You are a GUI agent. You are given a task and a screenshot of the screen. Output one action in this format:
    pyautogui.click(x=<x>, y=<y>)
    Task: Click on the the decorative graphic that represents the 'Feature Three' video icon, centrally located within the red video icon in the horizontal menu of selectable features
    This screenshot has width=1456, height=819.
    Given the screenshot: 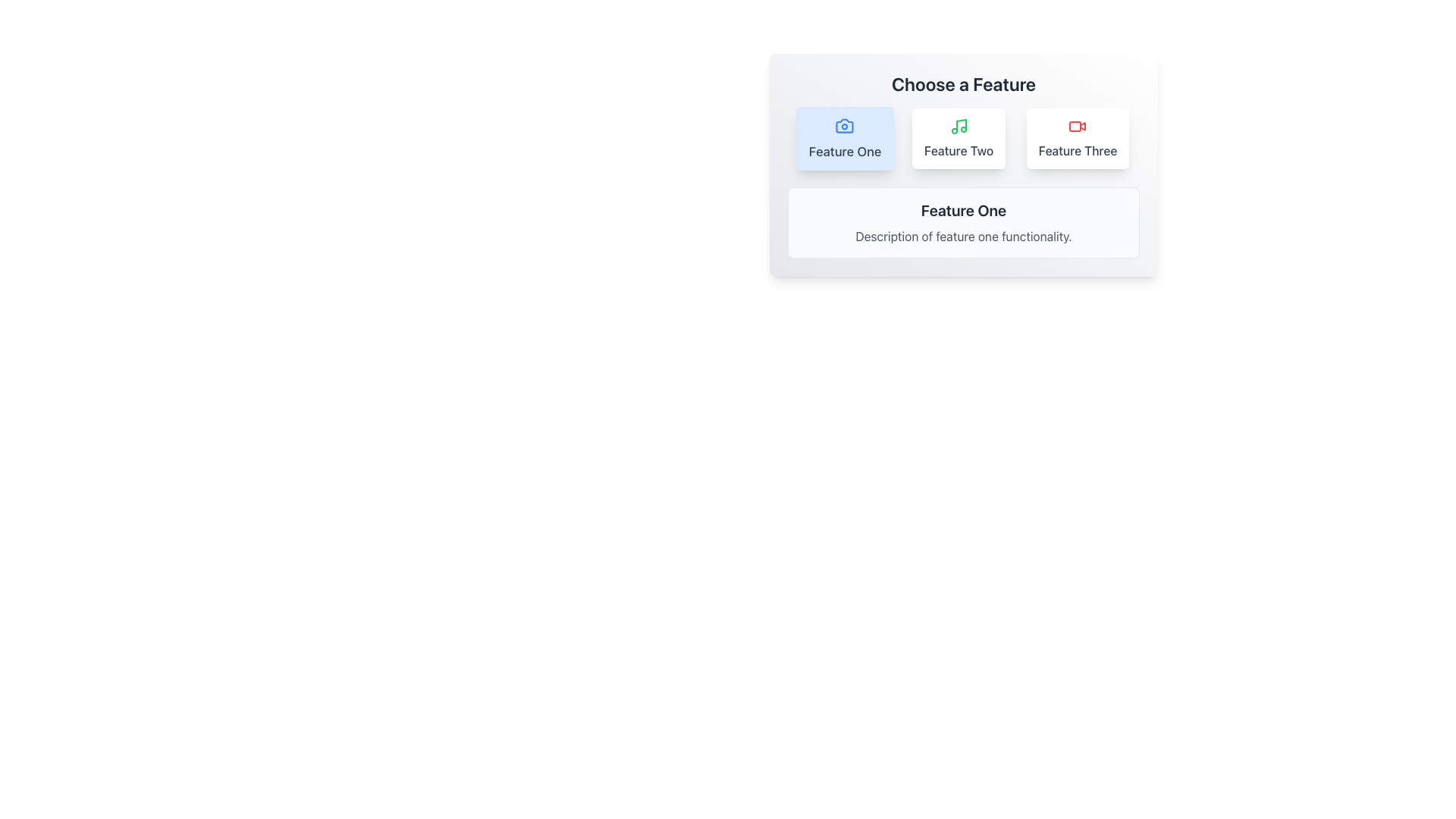 What is the action you would take?
    pyautogui.click(x=1082, y=125)
    